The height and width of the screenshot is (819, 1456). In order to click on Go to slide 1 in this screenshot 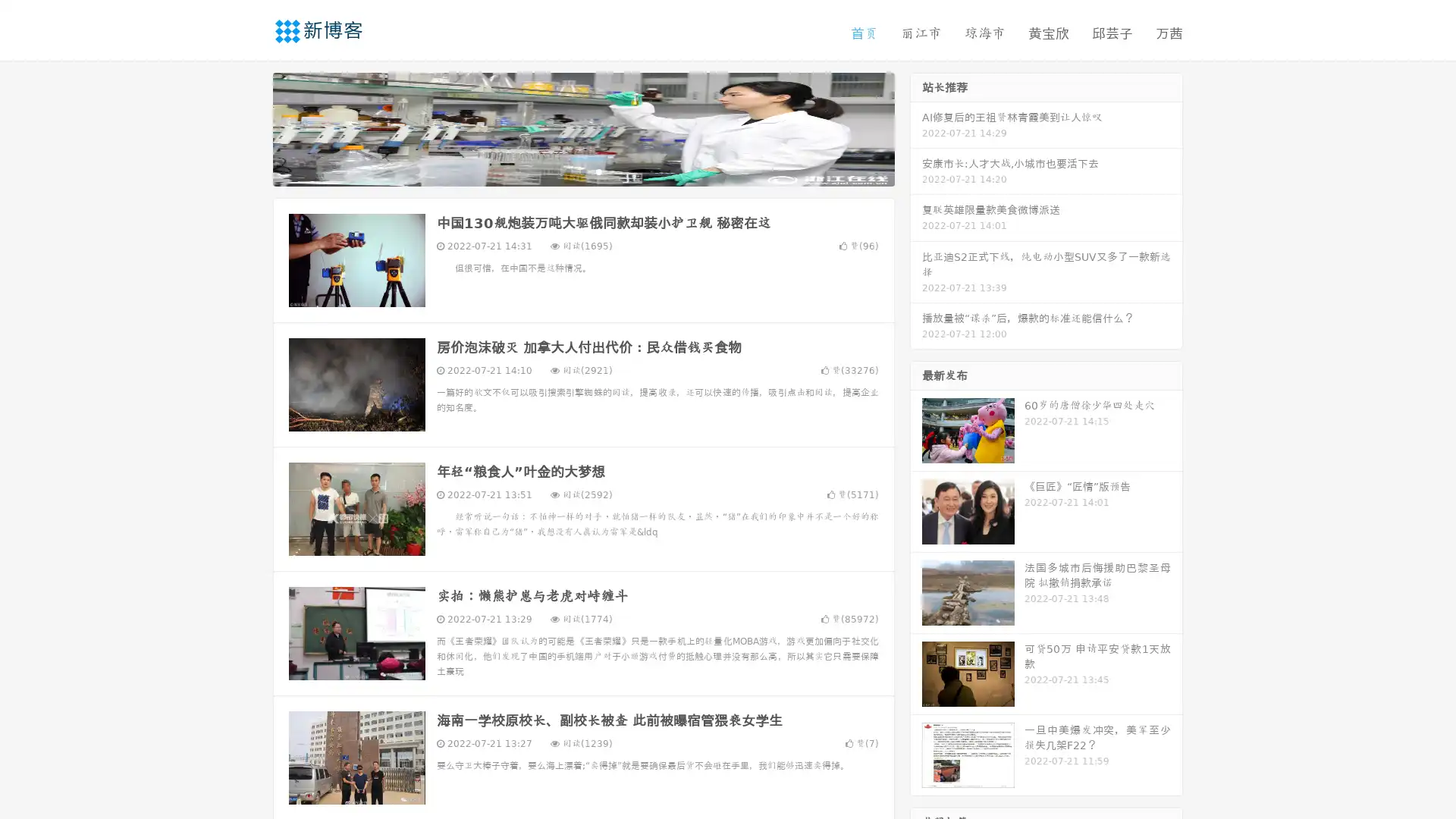, I will do `click(567, 171)`.